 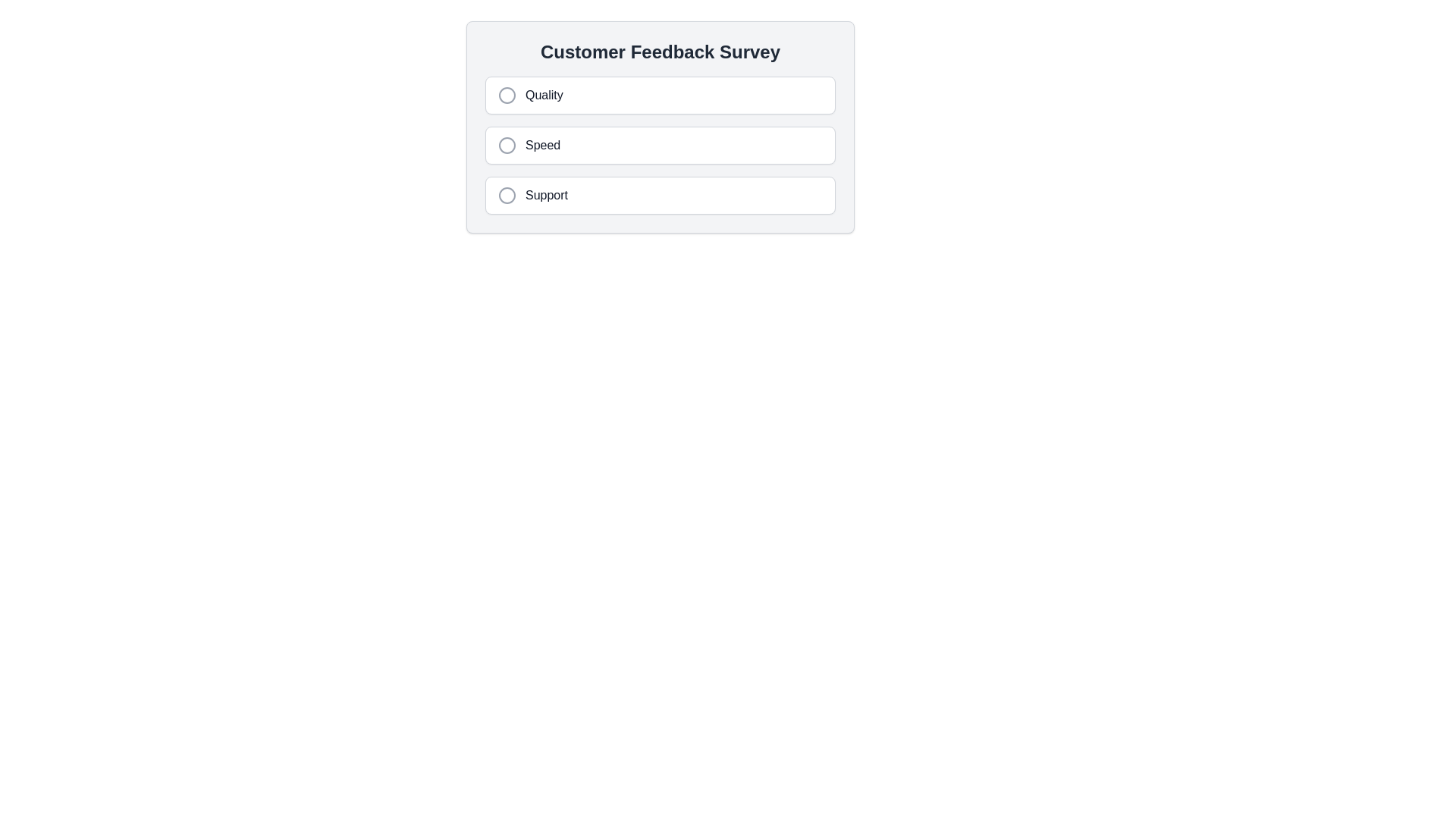 I want to click on the selection status of the 'Quality' radio button indicator, which is the first option in the radio button group of the survey, so click(x=507, y=96).